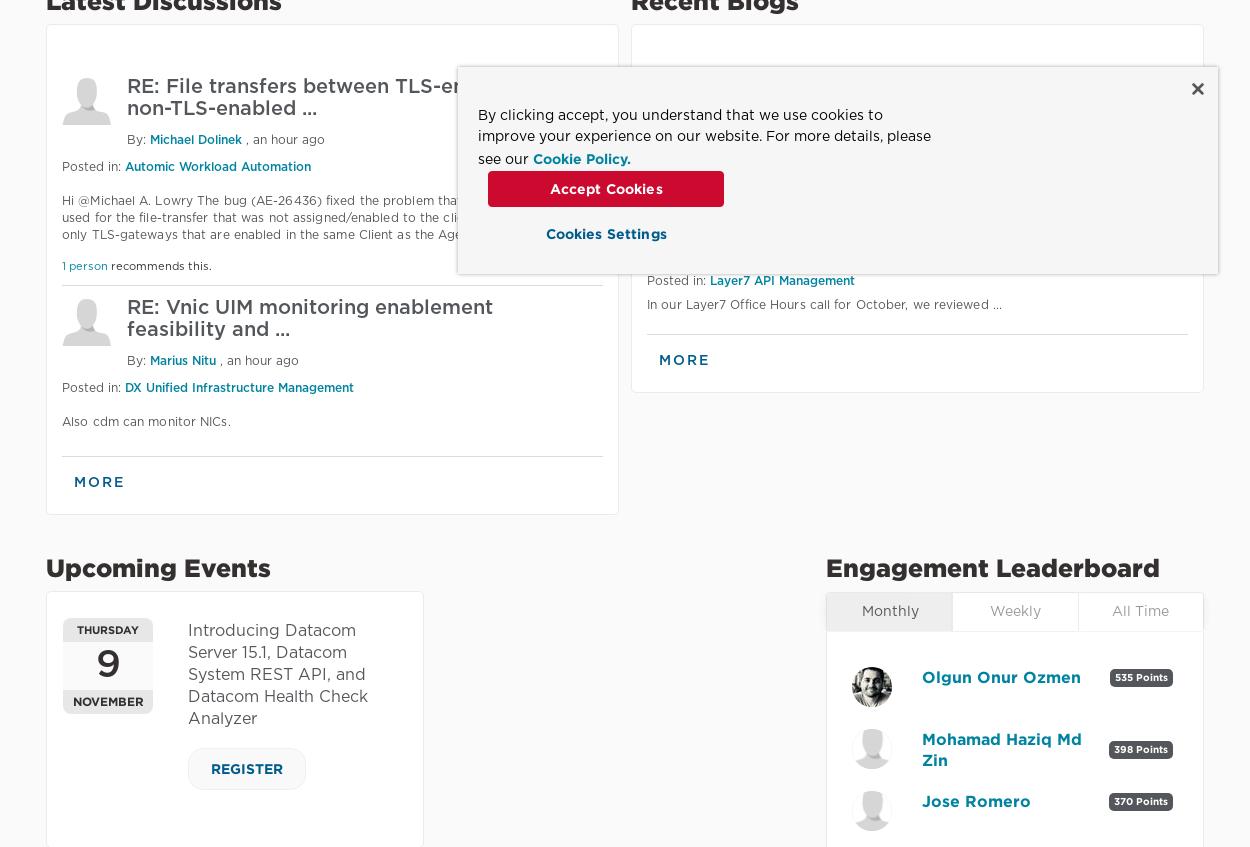 Image resolution: width=1250 pixels, height=847 pixels. What do you see at coordinates (764, 250) in the screenshot?
I see `'Bill Oakes'` at bounding box center [764, 250].